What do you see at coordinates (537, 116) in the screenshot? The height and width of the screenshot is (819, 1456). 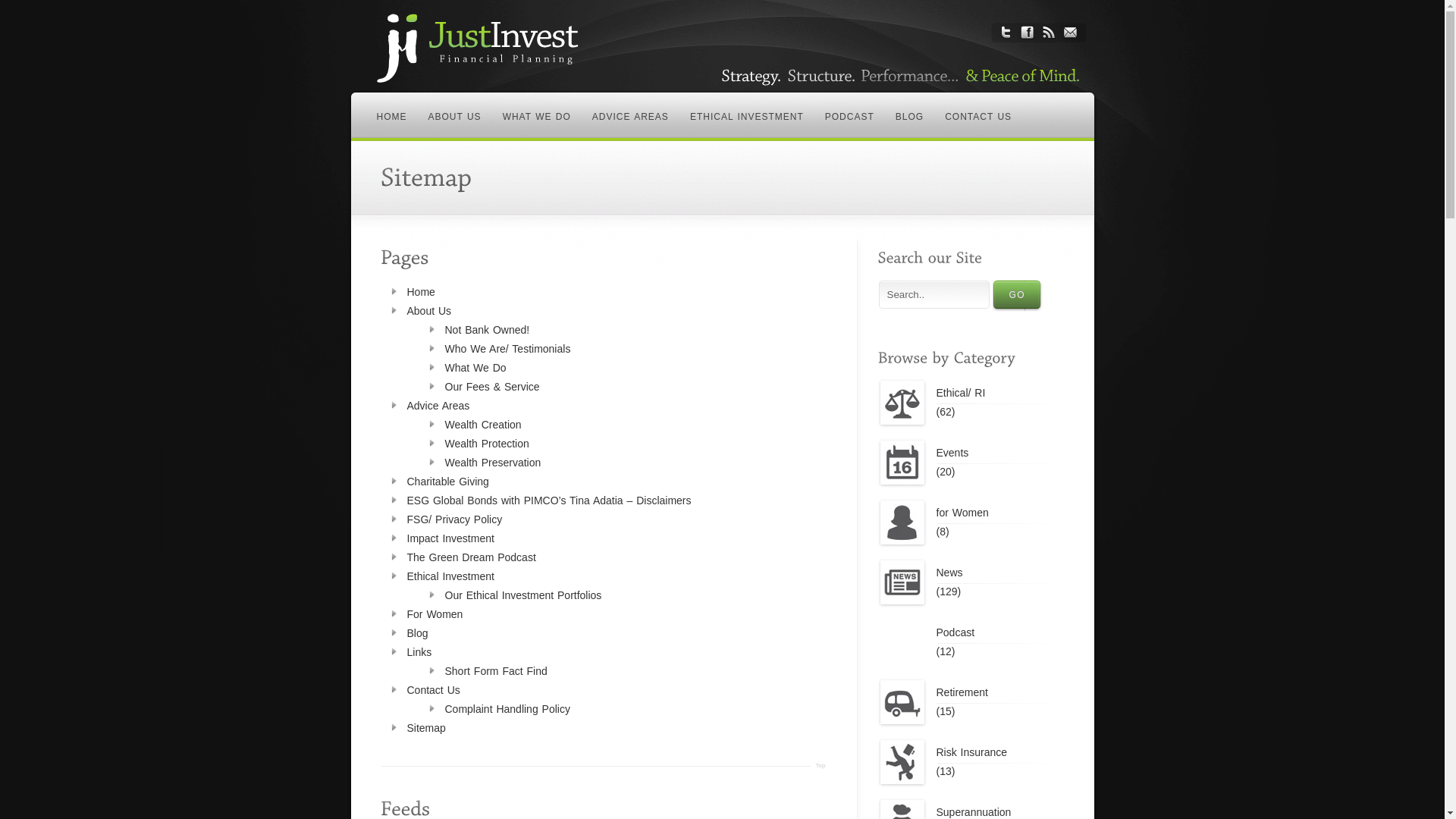 I see `'WHAT WE DO'` at bounding box center [537, 116].